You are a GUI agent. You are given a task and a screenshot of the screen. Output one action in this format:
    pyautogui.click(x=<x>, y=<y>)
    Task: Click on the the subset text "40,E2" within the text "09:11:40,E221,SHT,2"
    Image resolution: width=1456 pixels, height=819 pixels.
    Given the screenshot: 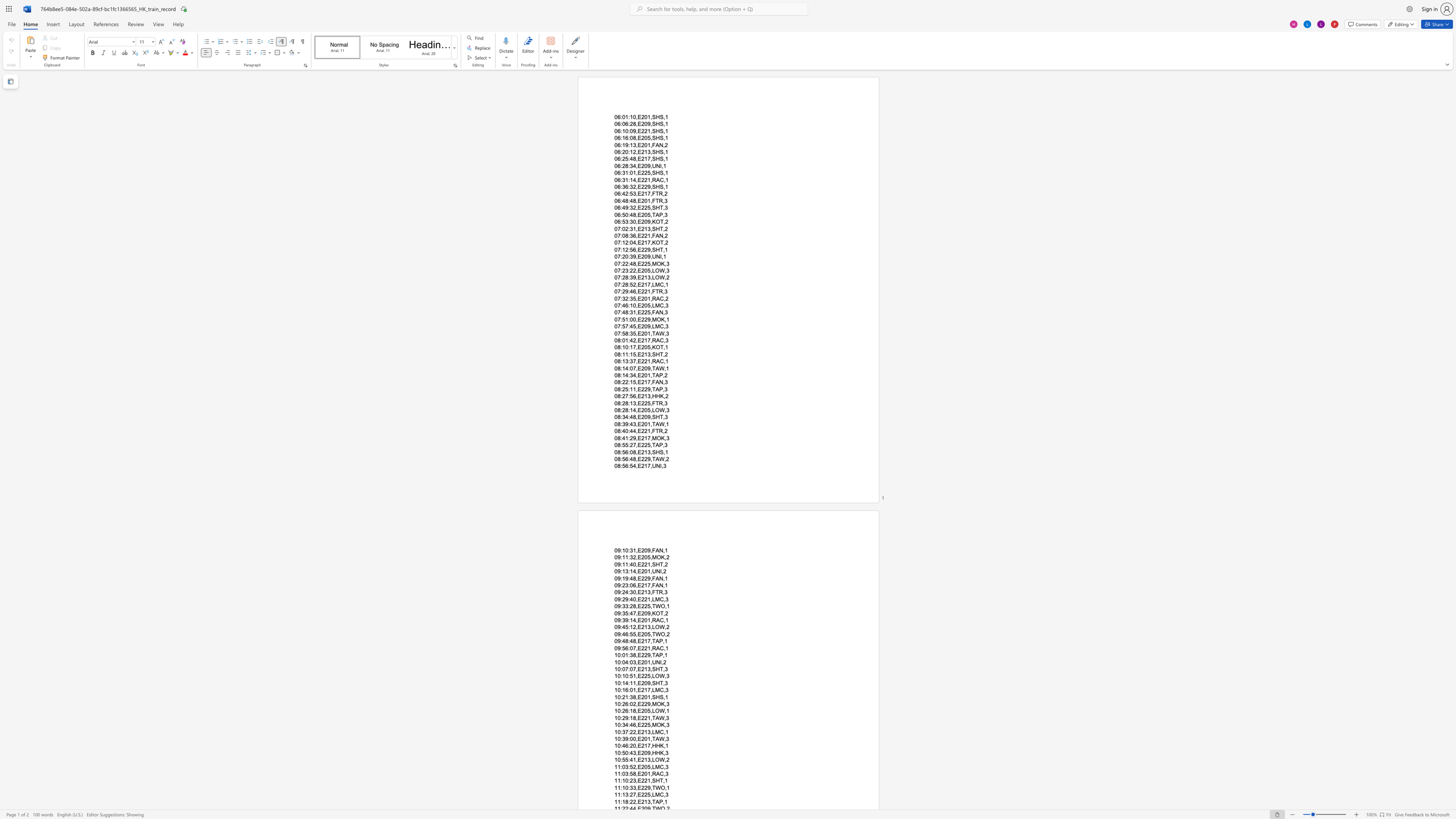 What is the action you would take?
    pyautogui.click(x=630, y=564)
    